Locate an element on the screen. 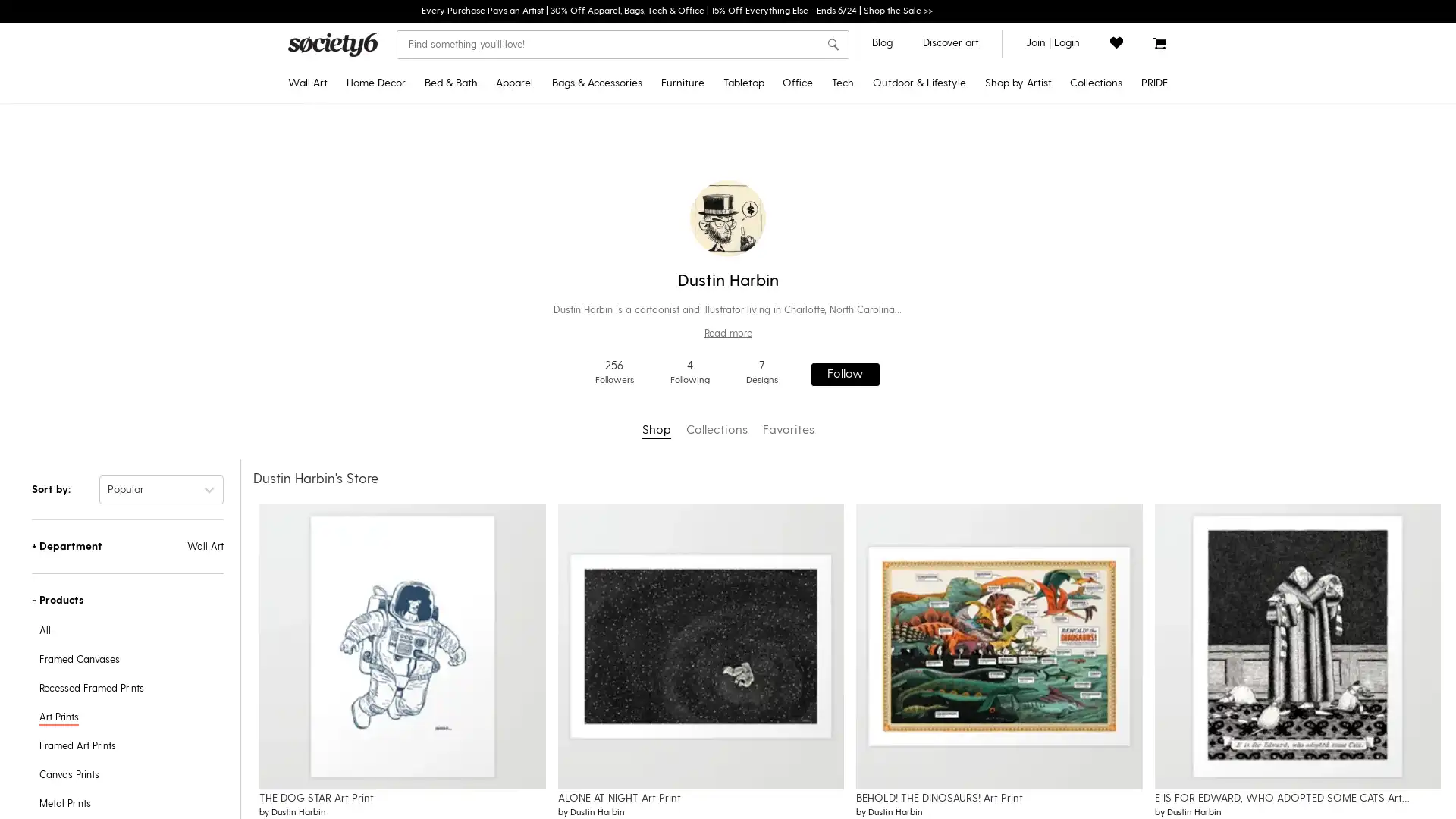  Jigsaw Puzzles is located at coordinates (835, 195).